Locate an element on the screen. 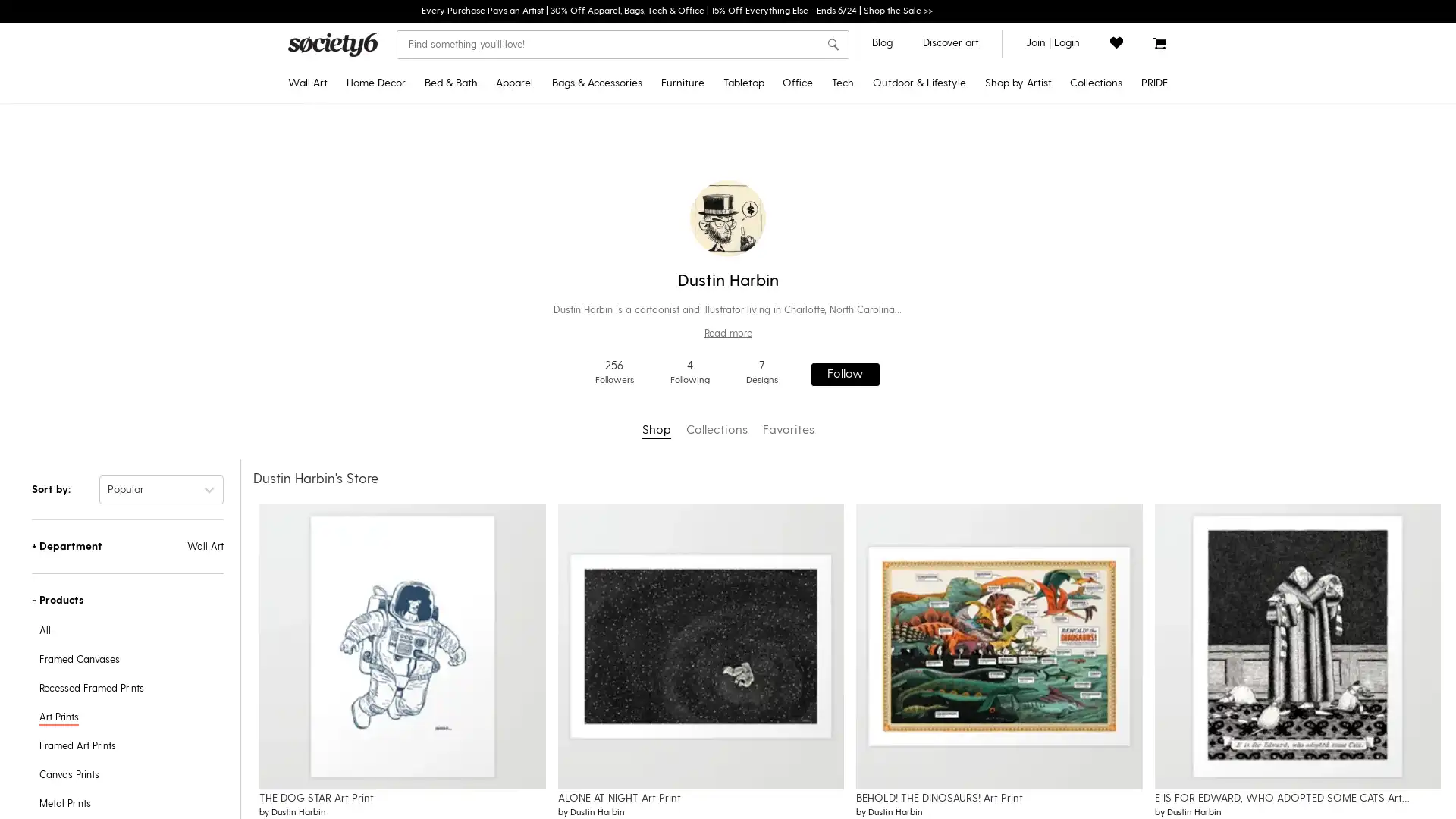  Jigsaw Puzzles is located at coordinates (835, 195).